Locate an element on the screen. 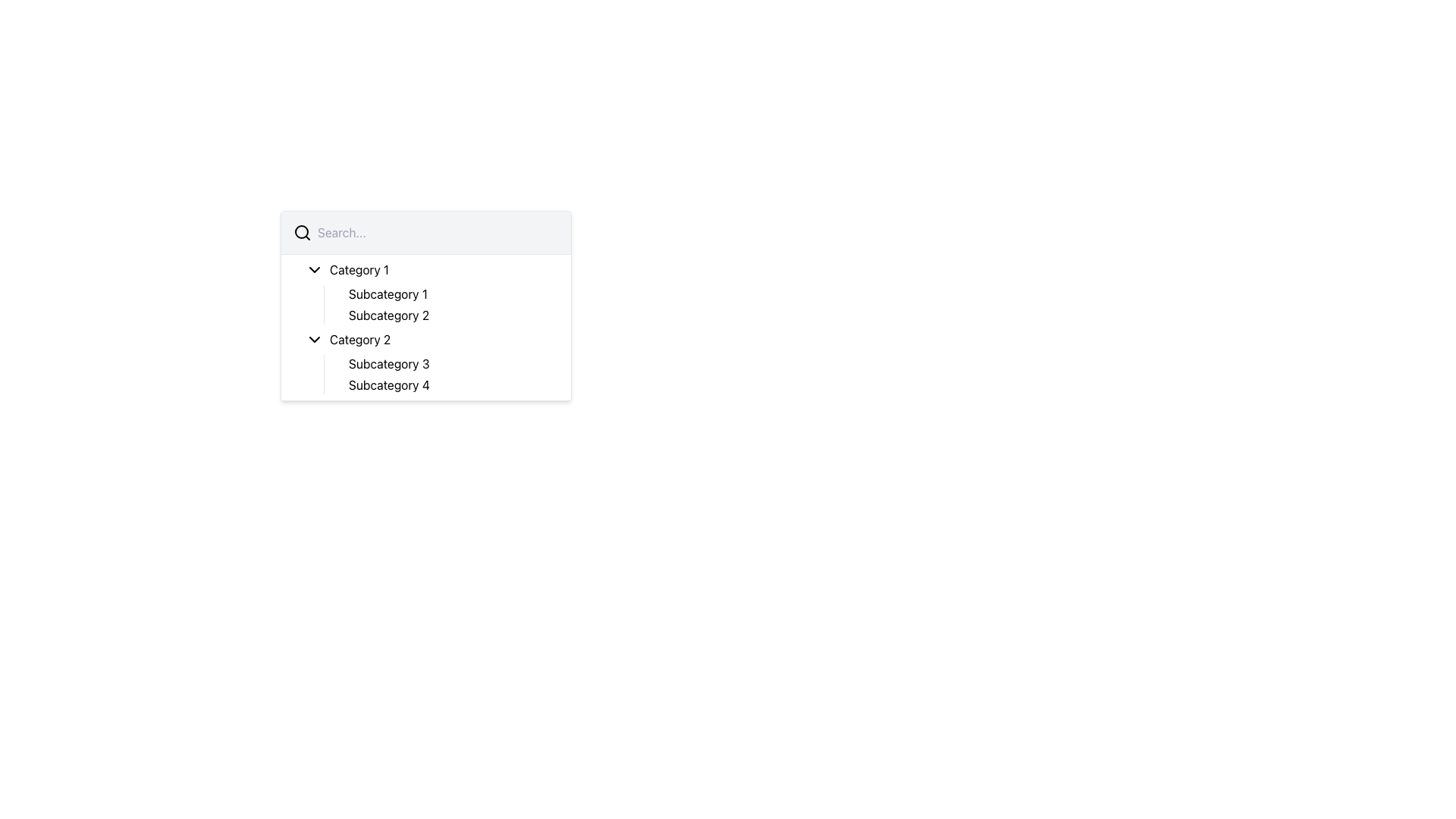 This screenshot has width=1456, height=819. an individual subcategory from the collapsible hierarchical menu located within the white rectangular card element, positioned below the search input field is located at coordinates (425, 327).